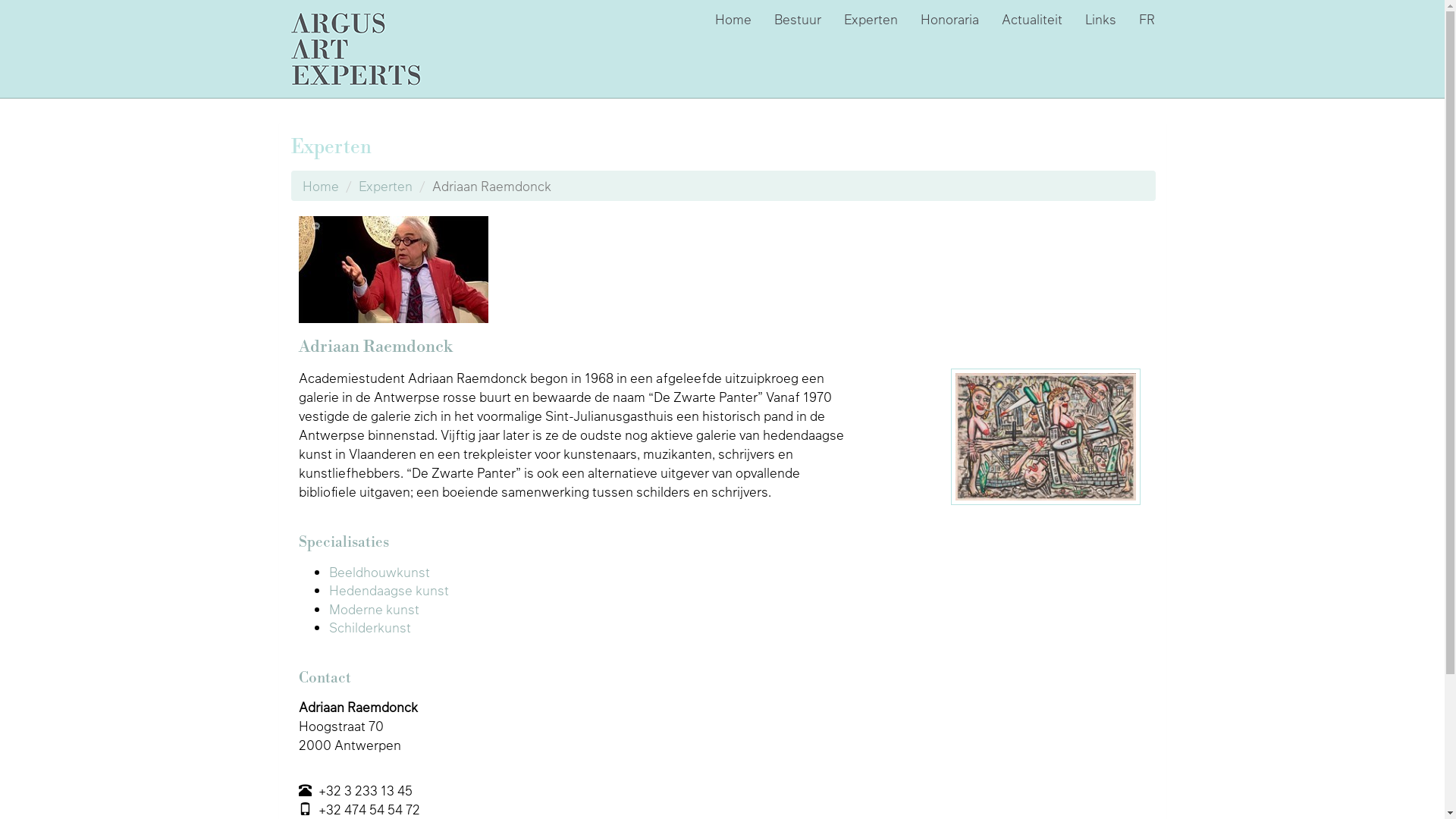 The width and height of the screenshot is (1456, 819). I want to click on 'Hedendaagse kunst', so click(389, 589).